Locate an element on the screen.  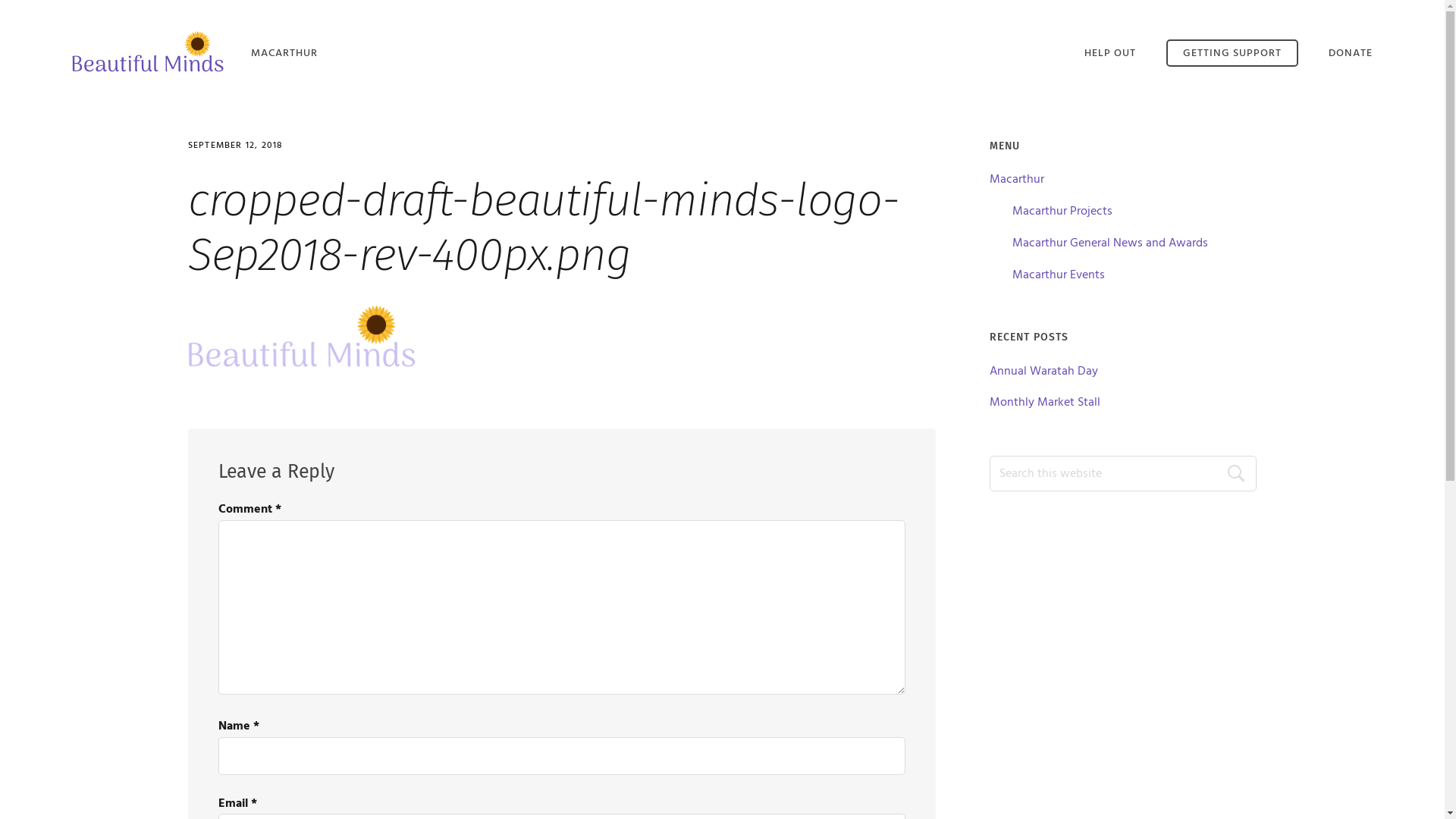
'Beautiful Minds' is located at coordinates (148, 50).